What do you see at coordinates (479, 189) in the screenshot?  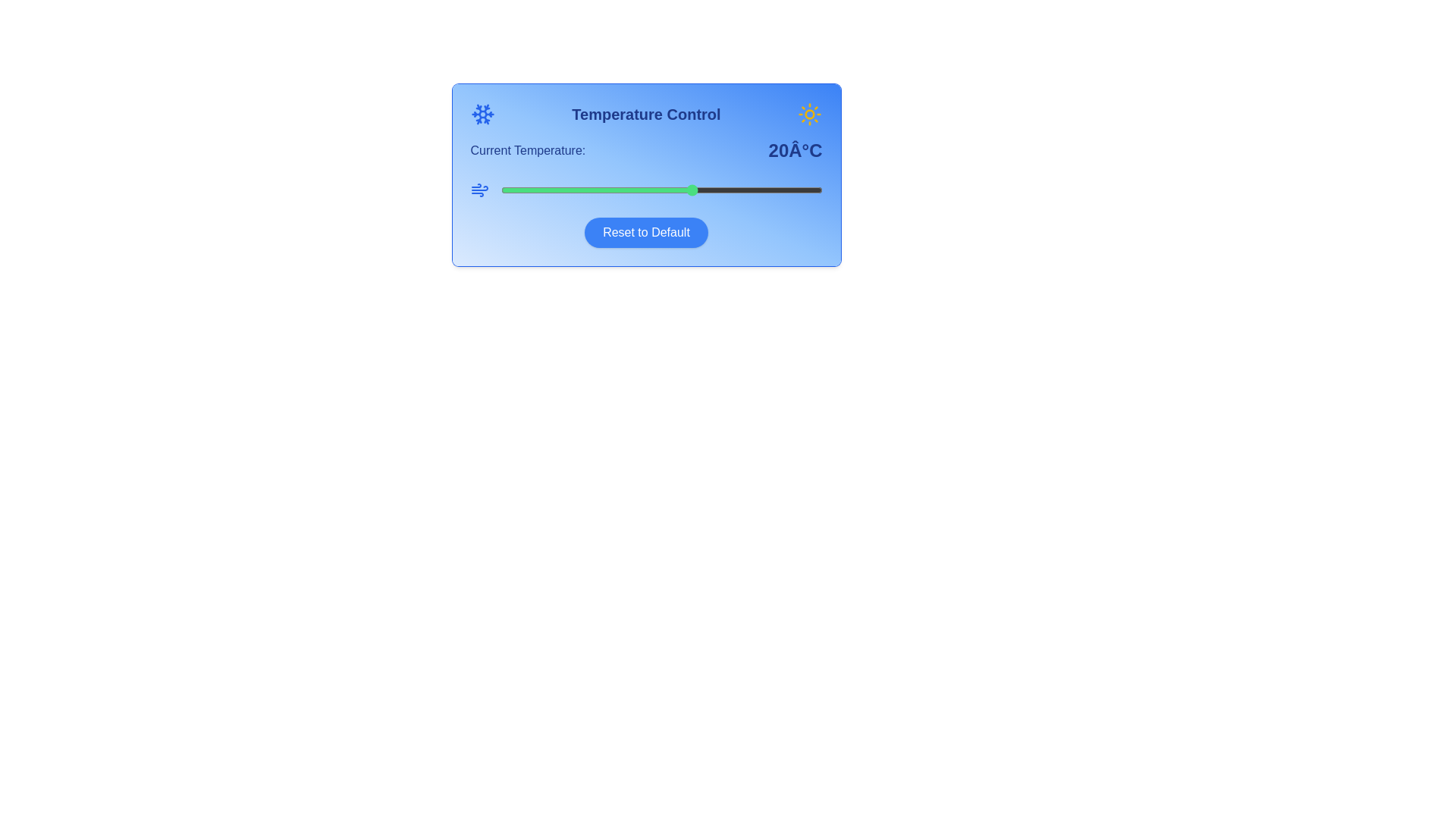 I see `the wind icon SVG element, which is styled in blue and located next to the 'Current Temperature' text in the temperature control interface` at bounding box center [479, 189].